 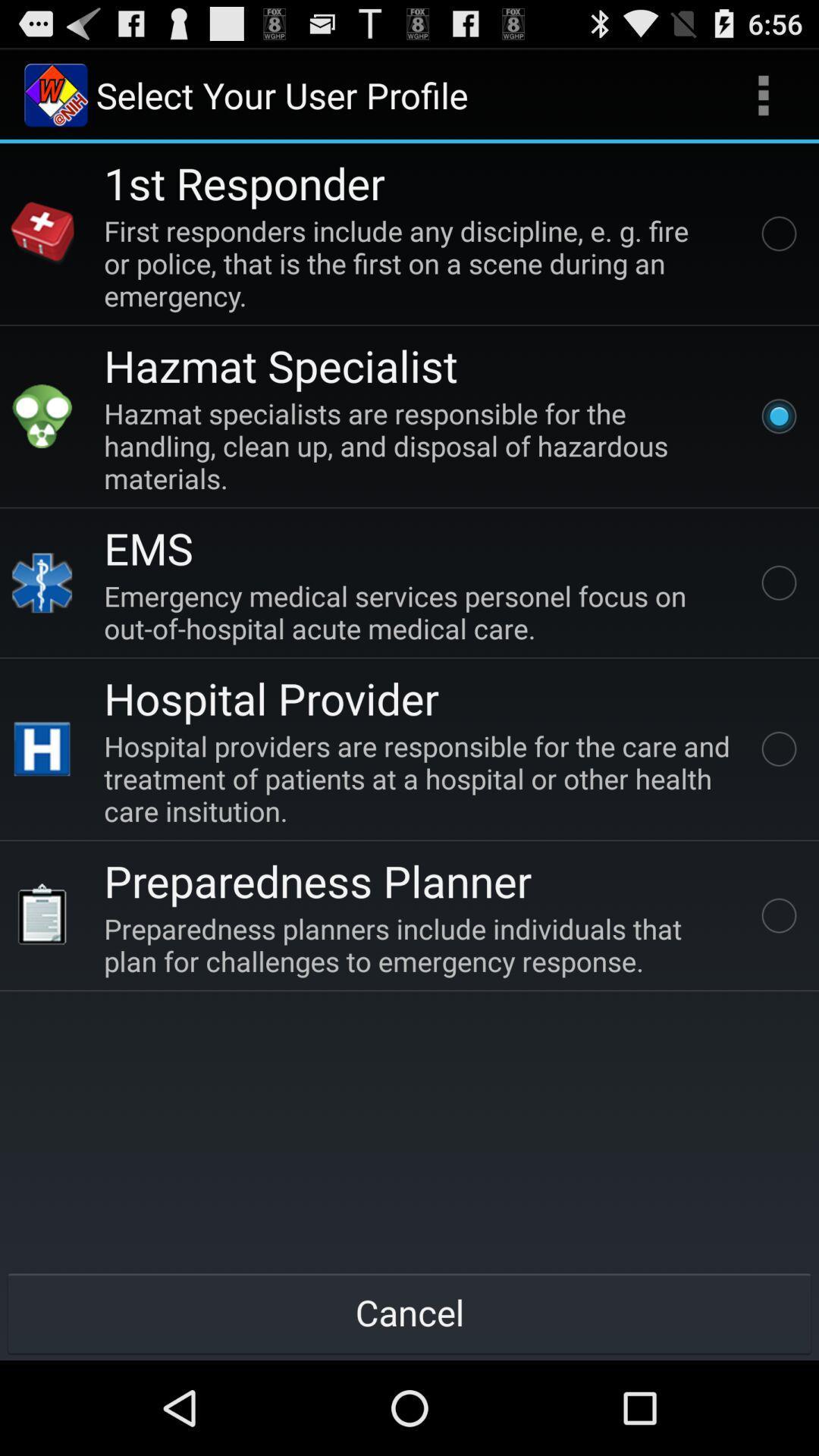 What do you see at coordinates (243, 182) in the screenshot?
I see `the 1st responder item` at bounding box center [243, 182].